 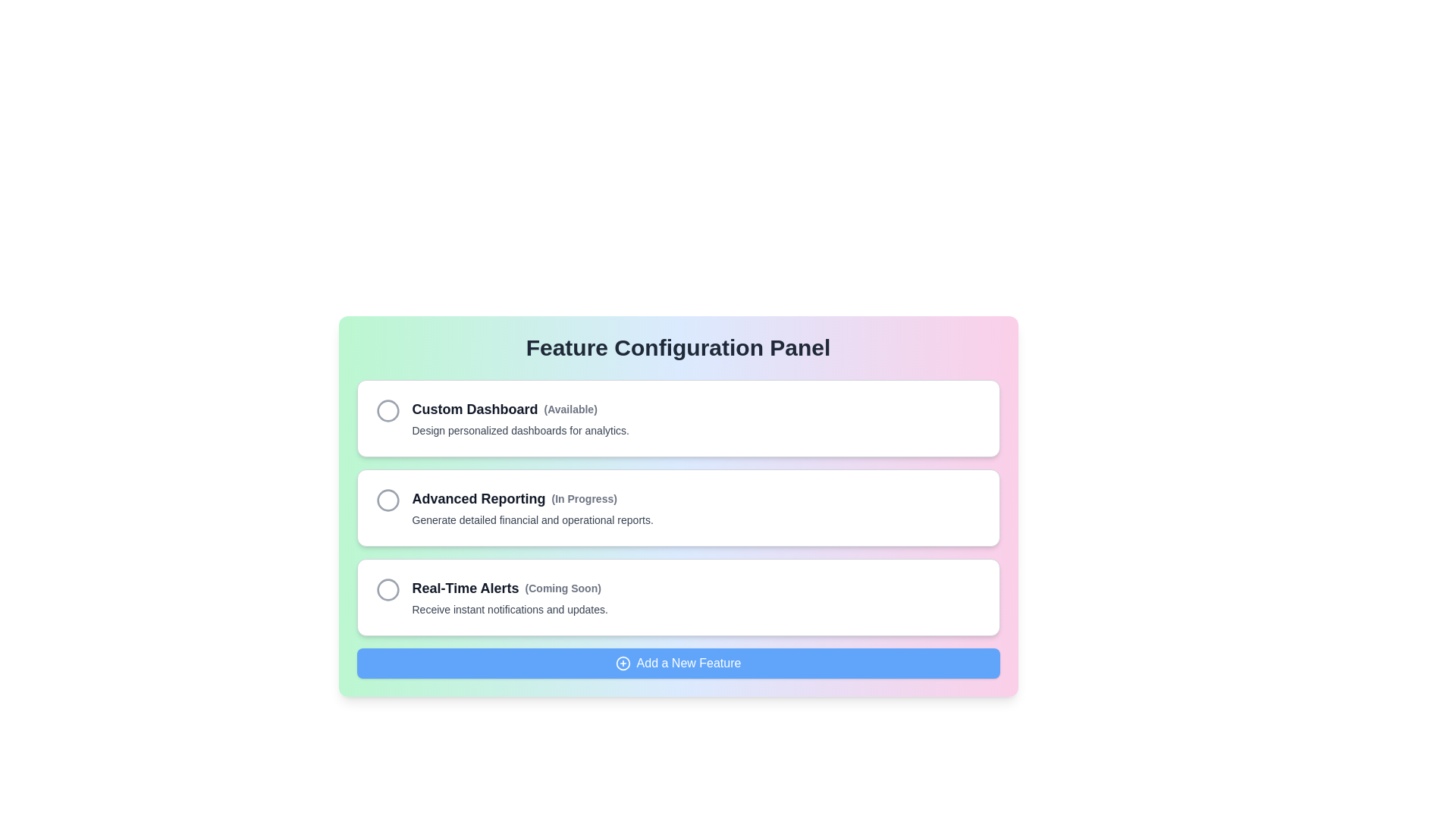 What do you see at coordinates (474, 409) in the screenshot?
I see `the 'Custom Dashboard' text label, which is a bold and large textual element located at the top of the 'Feature Configuration Panel'` at bounding box center [474, 409].